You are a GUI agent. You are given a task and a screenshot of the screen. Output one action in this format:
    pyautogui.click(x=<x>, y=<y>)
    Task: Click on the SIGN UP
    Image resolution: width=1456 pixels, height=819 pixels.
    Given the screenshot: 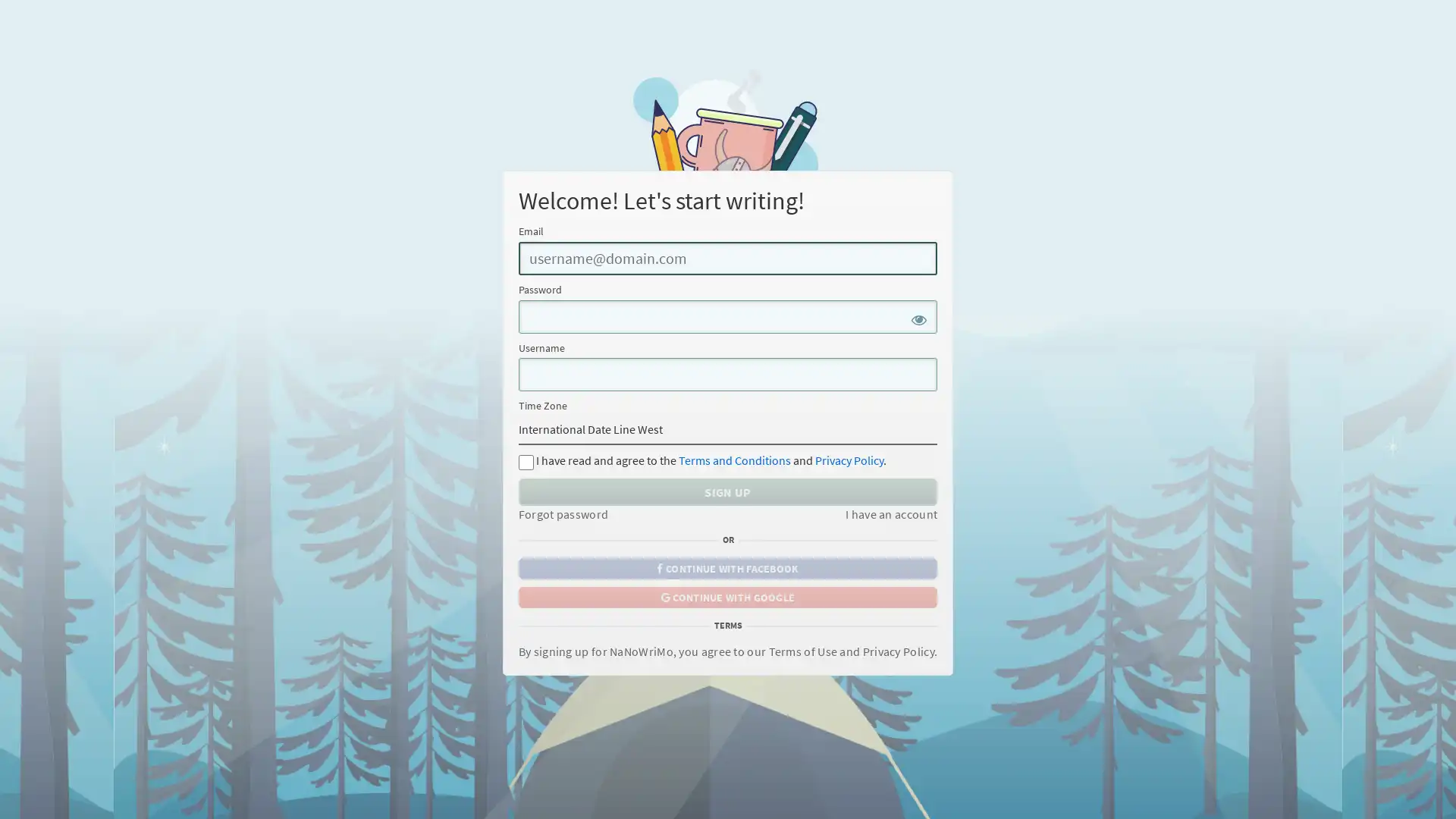 What is the action you would take?
    pyautogui.click(x=726, y=491)
    